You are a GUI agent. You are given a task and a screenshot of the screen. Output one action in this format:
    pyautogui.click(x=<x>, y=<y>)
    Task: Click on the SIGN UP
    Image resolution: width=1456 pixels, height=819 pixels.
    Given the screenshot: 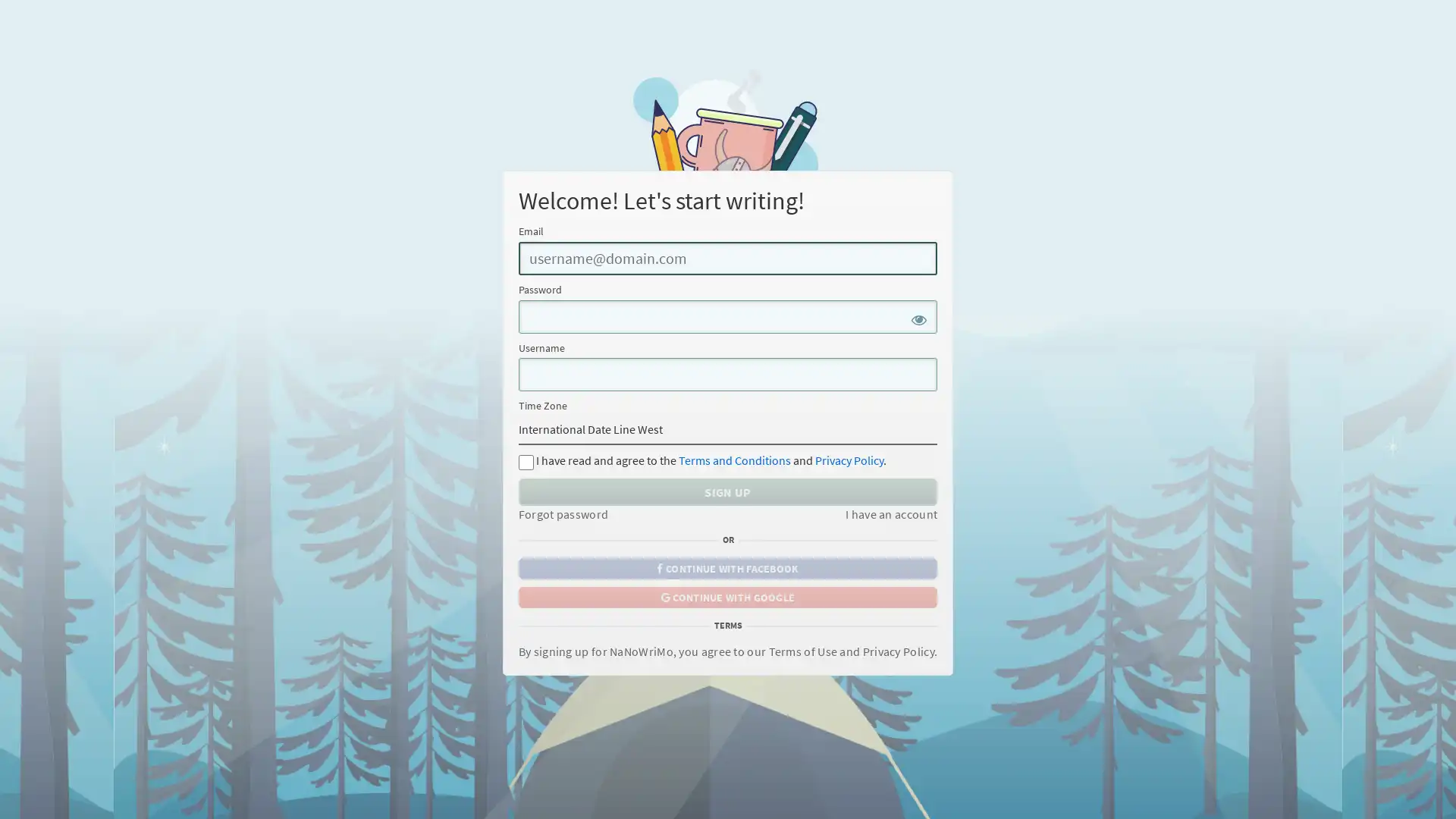 What is the action you would take?
    pyautogui.click(x=726, y=491)
    